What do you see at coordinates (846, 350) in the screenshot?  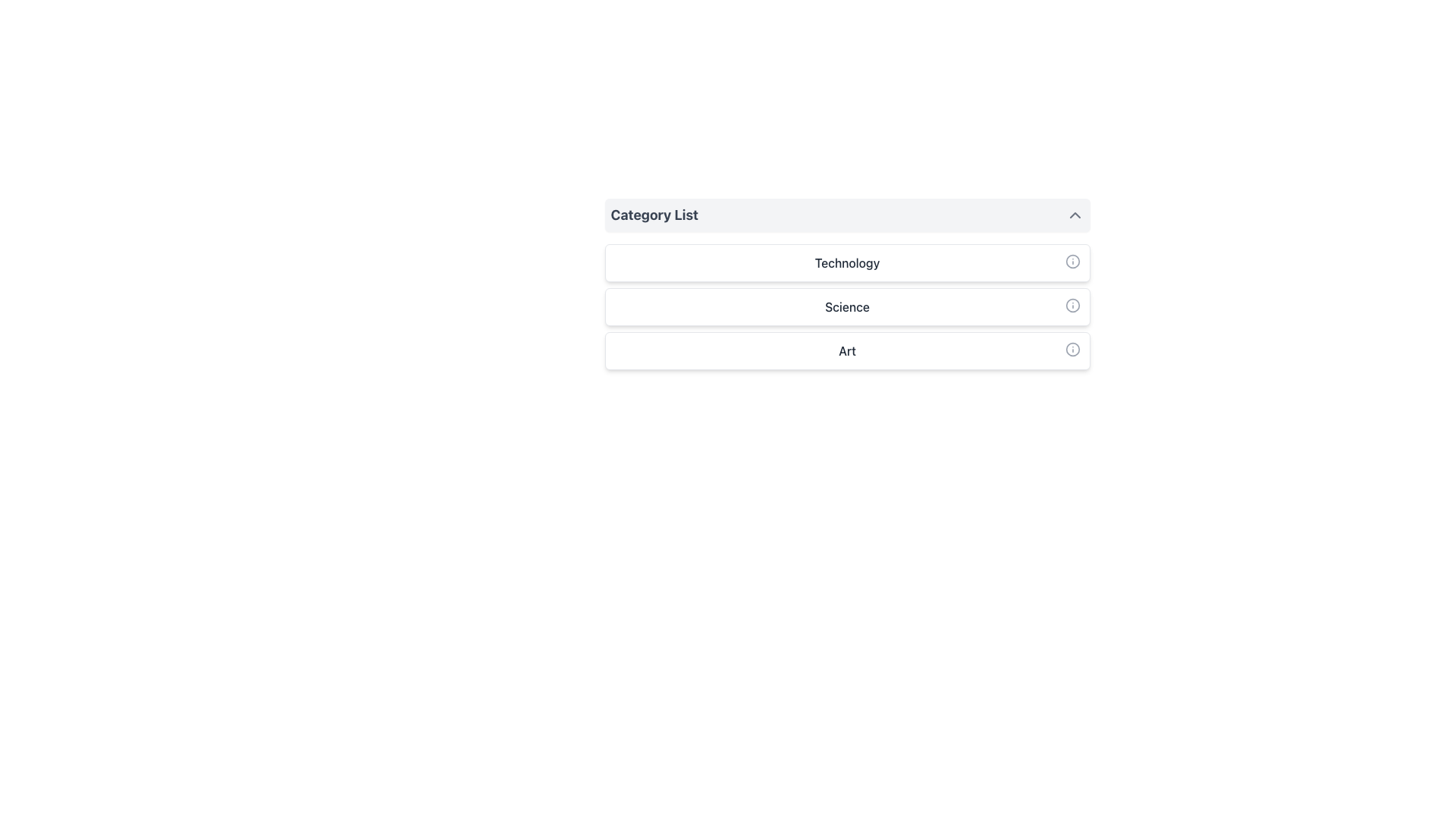 I see `the 'Art' category text label` at bounding box center [846, 350].